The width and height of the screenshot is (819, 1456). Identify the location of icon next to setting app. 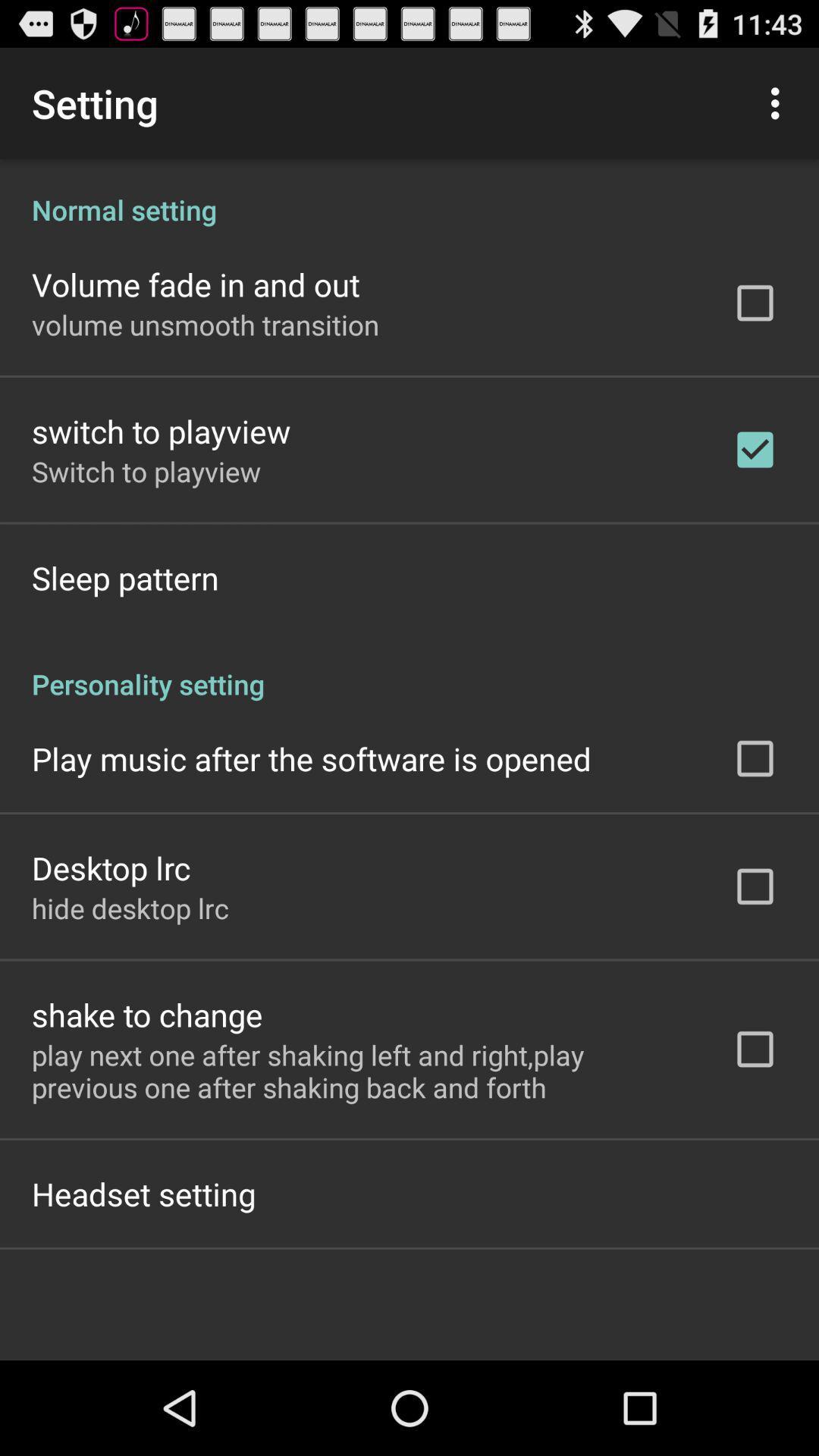
(779, 102).